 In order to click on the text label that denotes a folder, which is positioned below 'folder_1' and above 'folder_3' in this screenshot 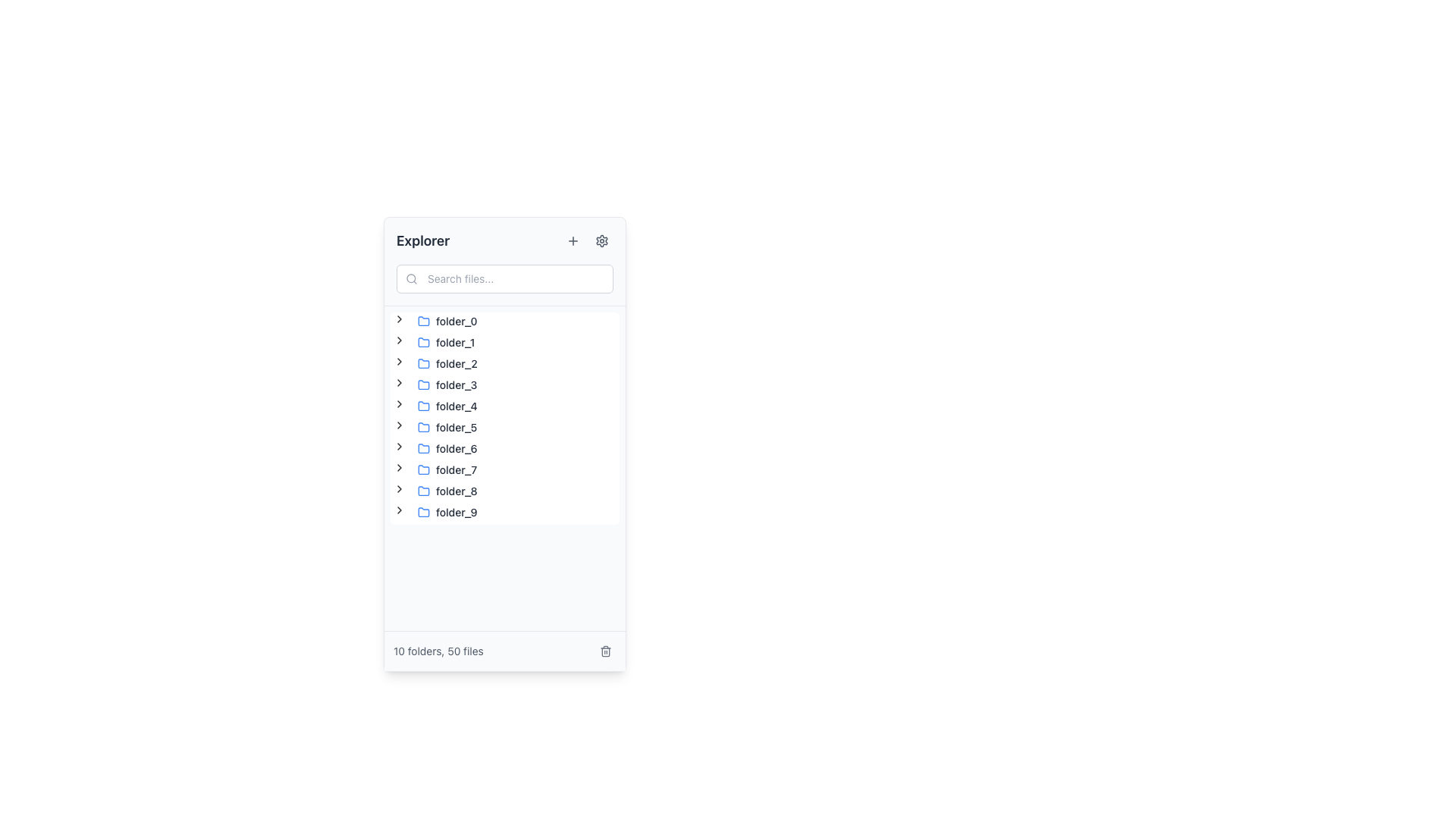, I will do `click(456, 363)`.